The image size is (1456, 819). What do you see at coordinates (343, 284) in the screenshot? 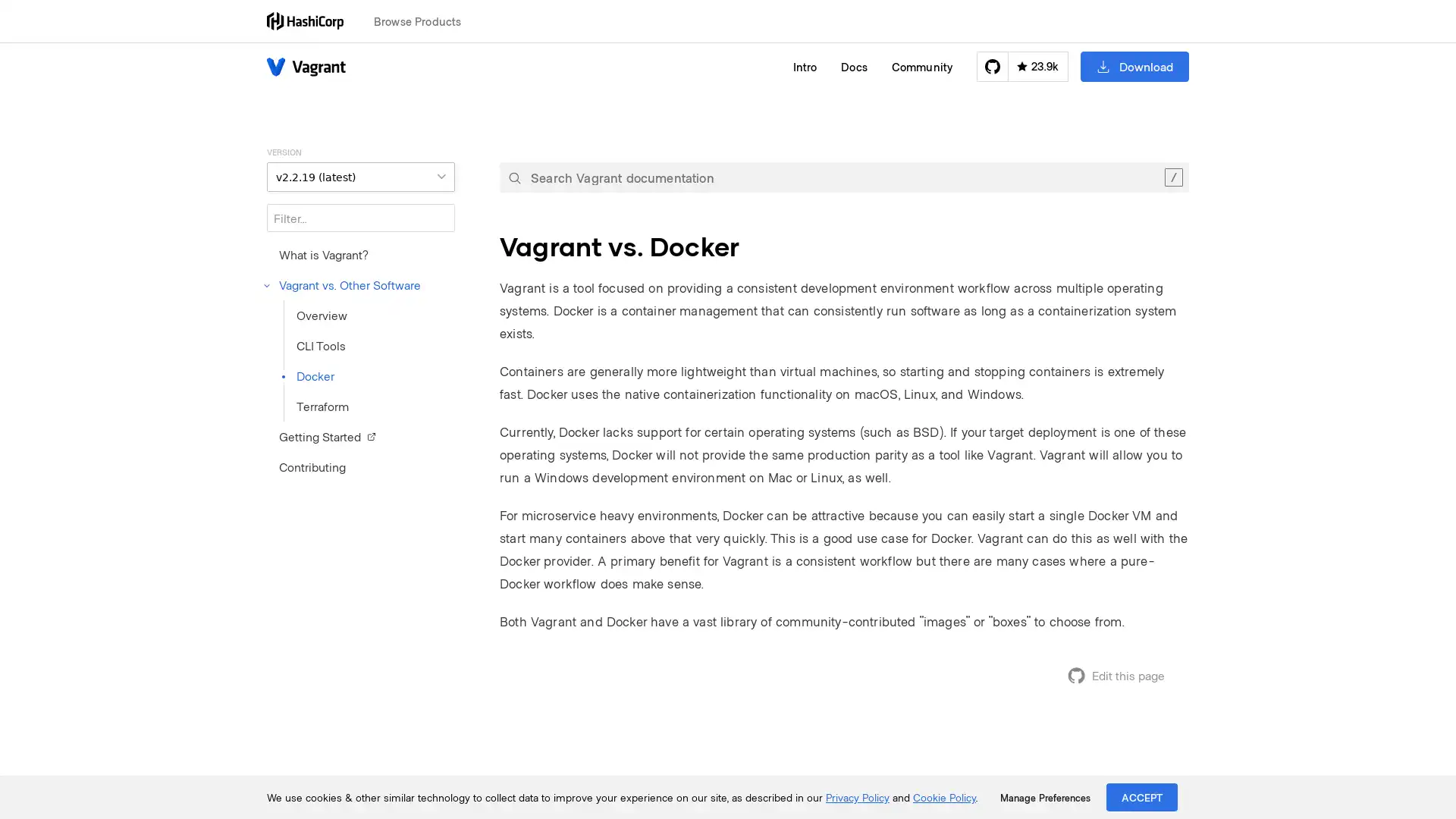
I see `Vagrant vs. Other Software` at bounding box center [343, 284].